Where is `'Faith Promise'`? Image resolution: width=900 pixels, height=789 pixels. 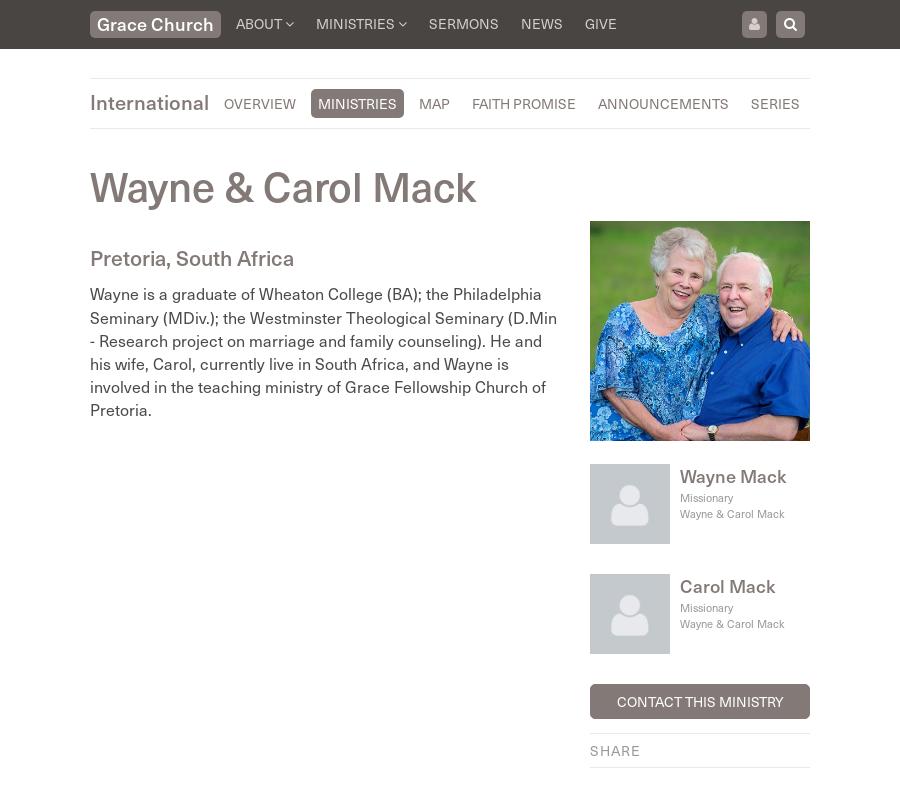
'Faith Promise' is located at coordinates (522, 103).